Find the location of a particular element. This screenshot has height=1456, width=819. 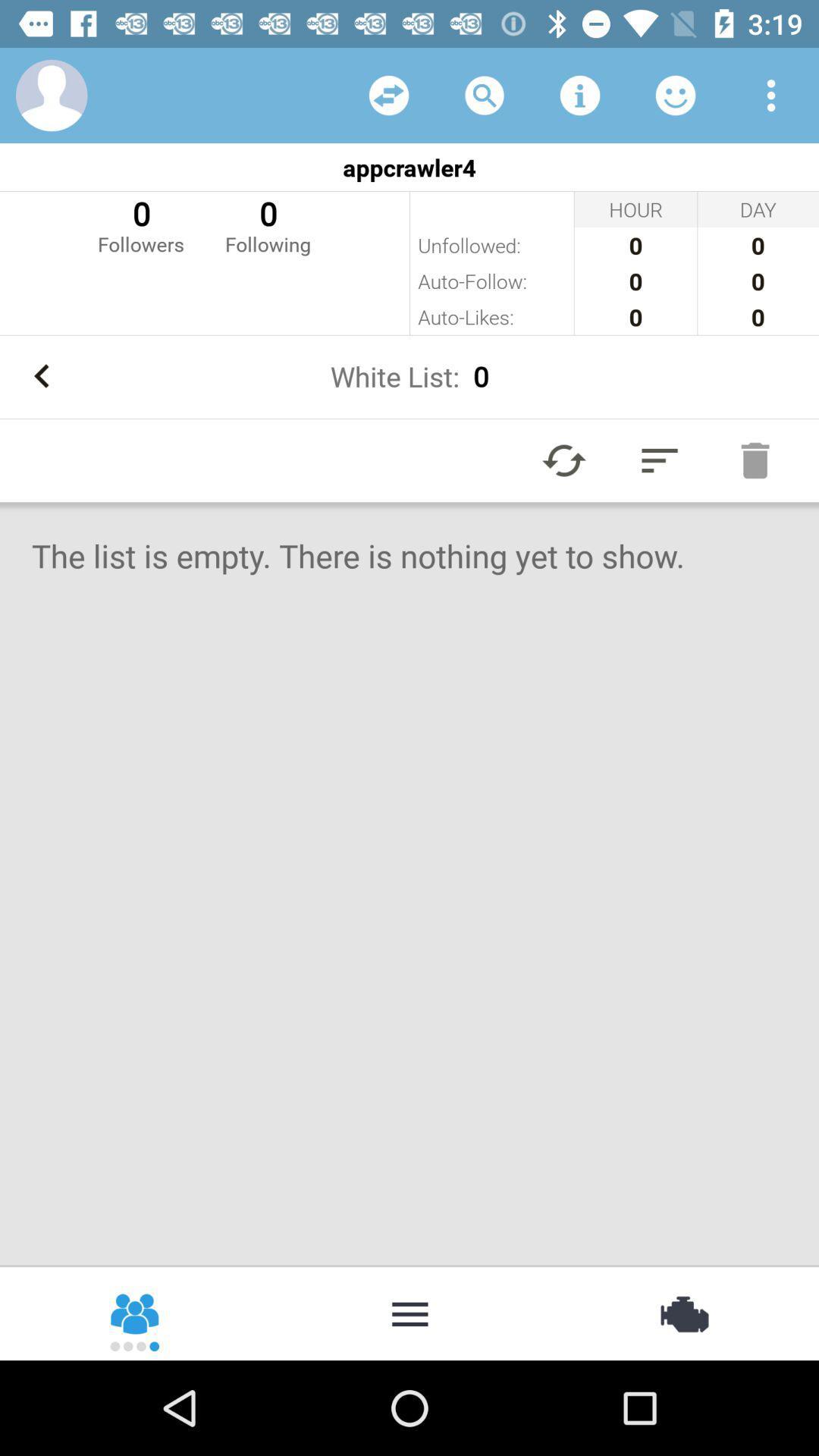

item at the bottom right corner is located at coordinates (682, 1312).